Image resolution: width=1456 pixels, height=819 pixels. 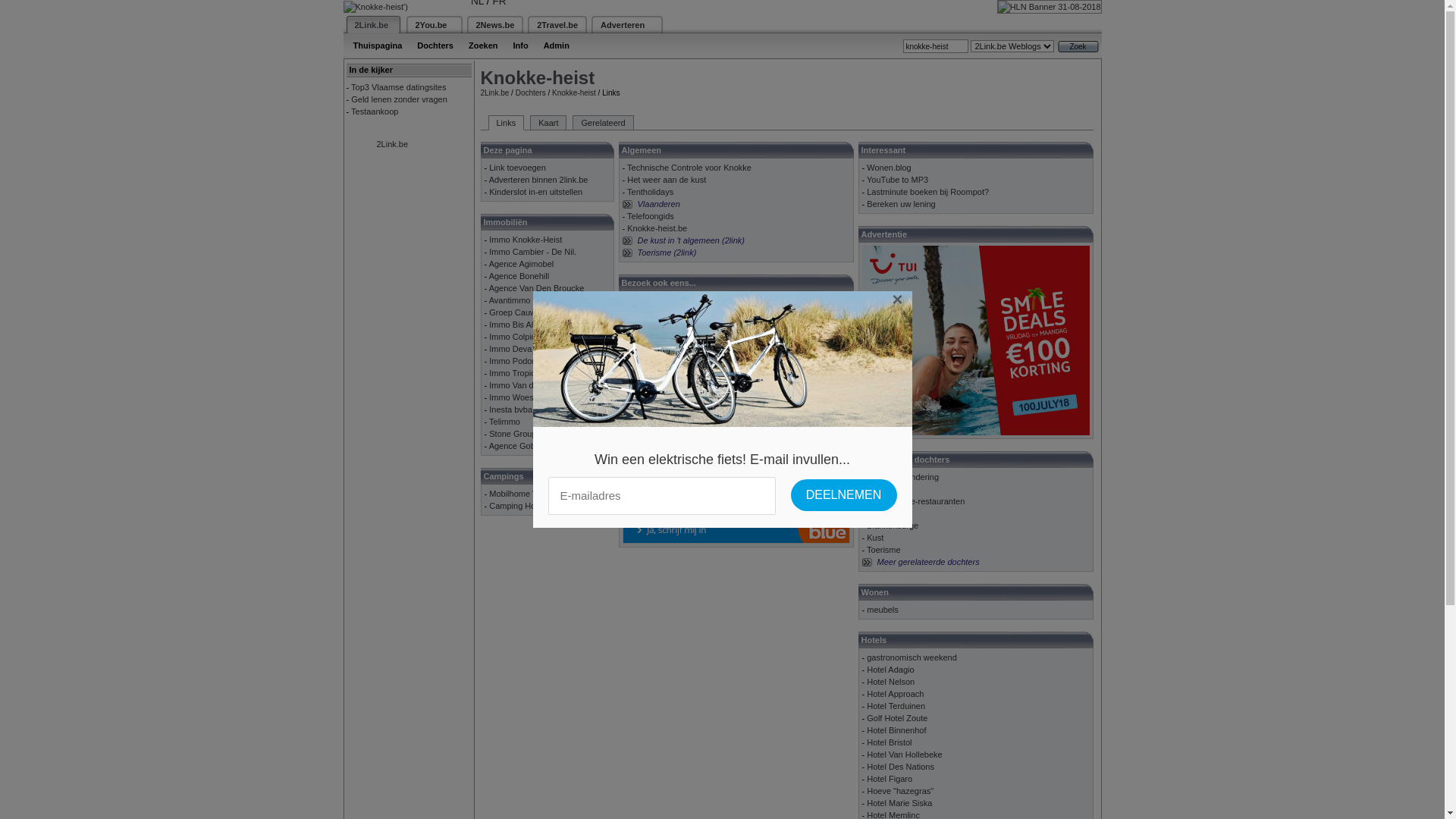 I want to click on 'Groep Cauwe', so click(x=488, y=312).